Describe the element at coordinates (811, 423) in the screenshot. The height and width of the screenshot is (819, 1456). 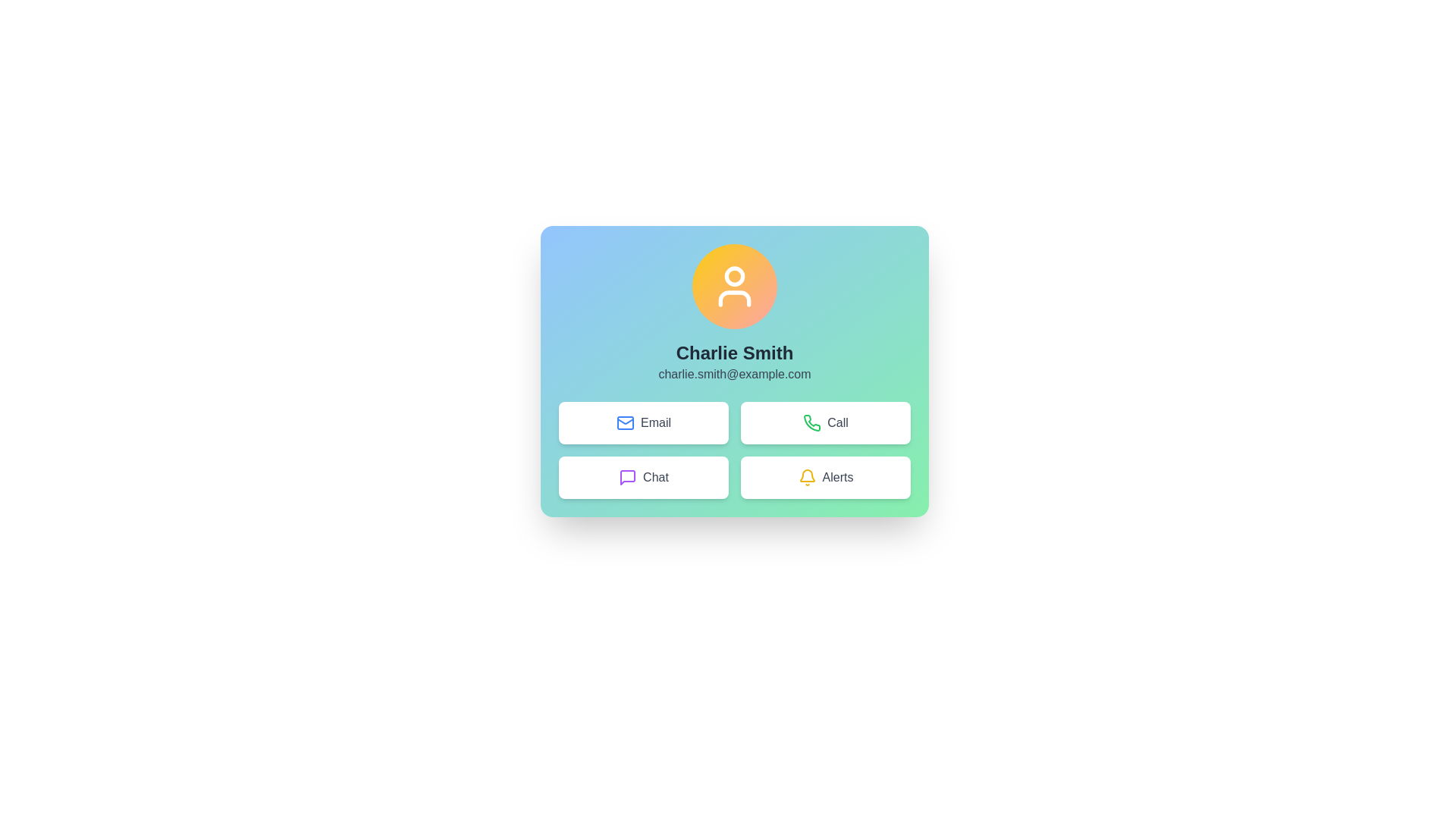
I see `the visual hint of the phone icon which is part of the 'Call' button located in the upper-right corner of the user information section` at that location.